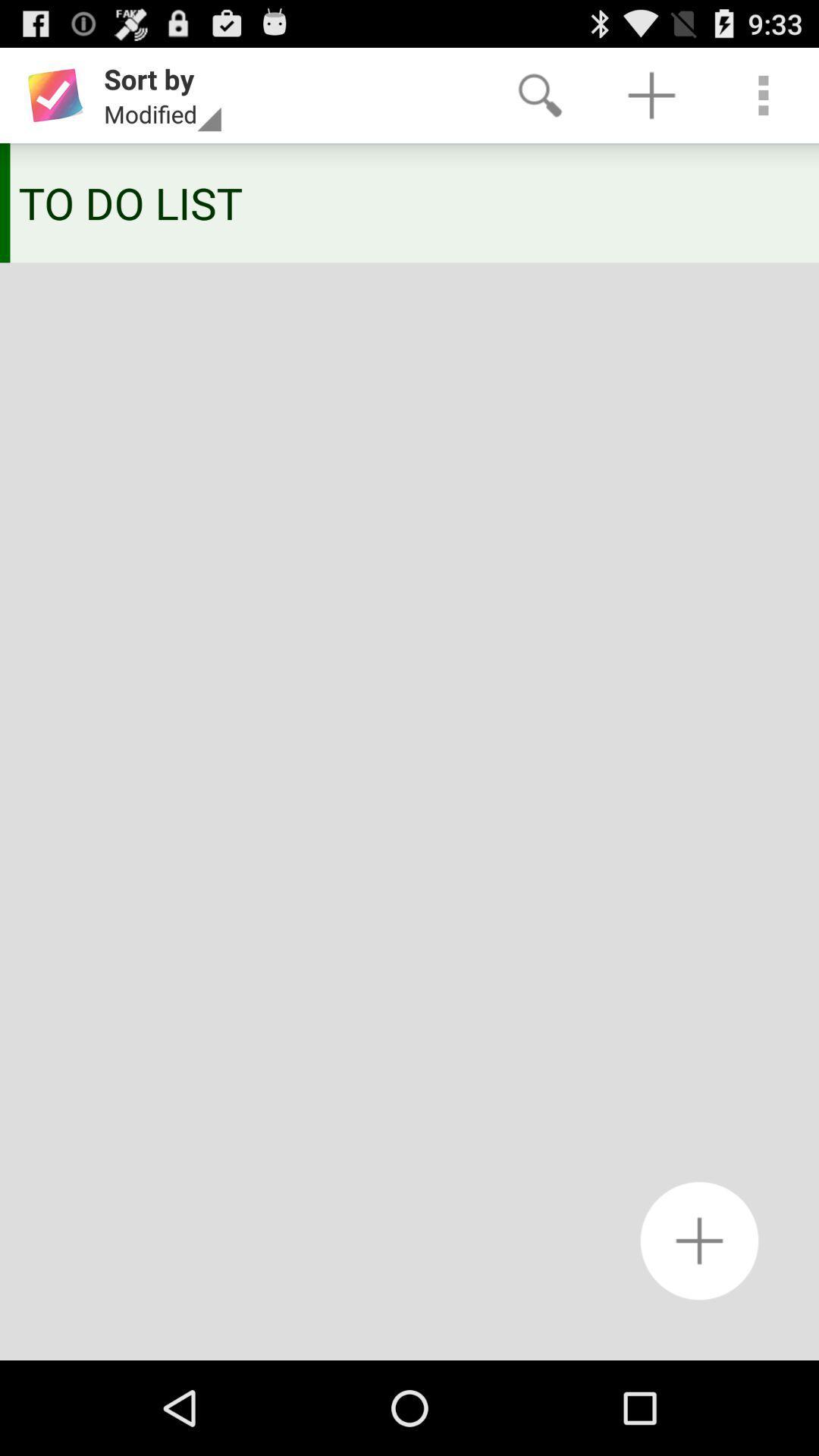 Image resolution: width=819 pixels, height=1456 pixels. I want to click on item above the to do list item, so click(763, 94).